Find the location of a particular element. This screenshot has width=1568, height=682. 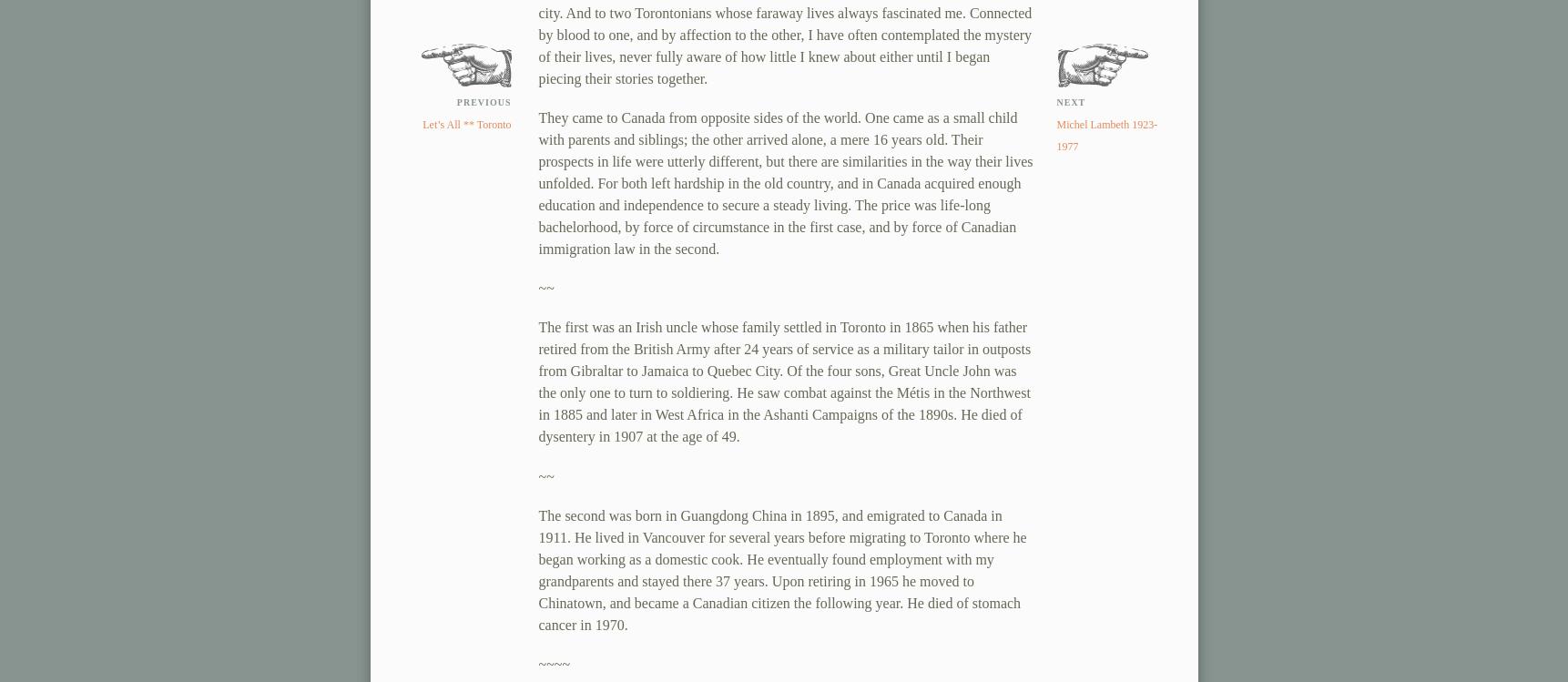

'previous' is located at coordinates (484, 102).